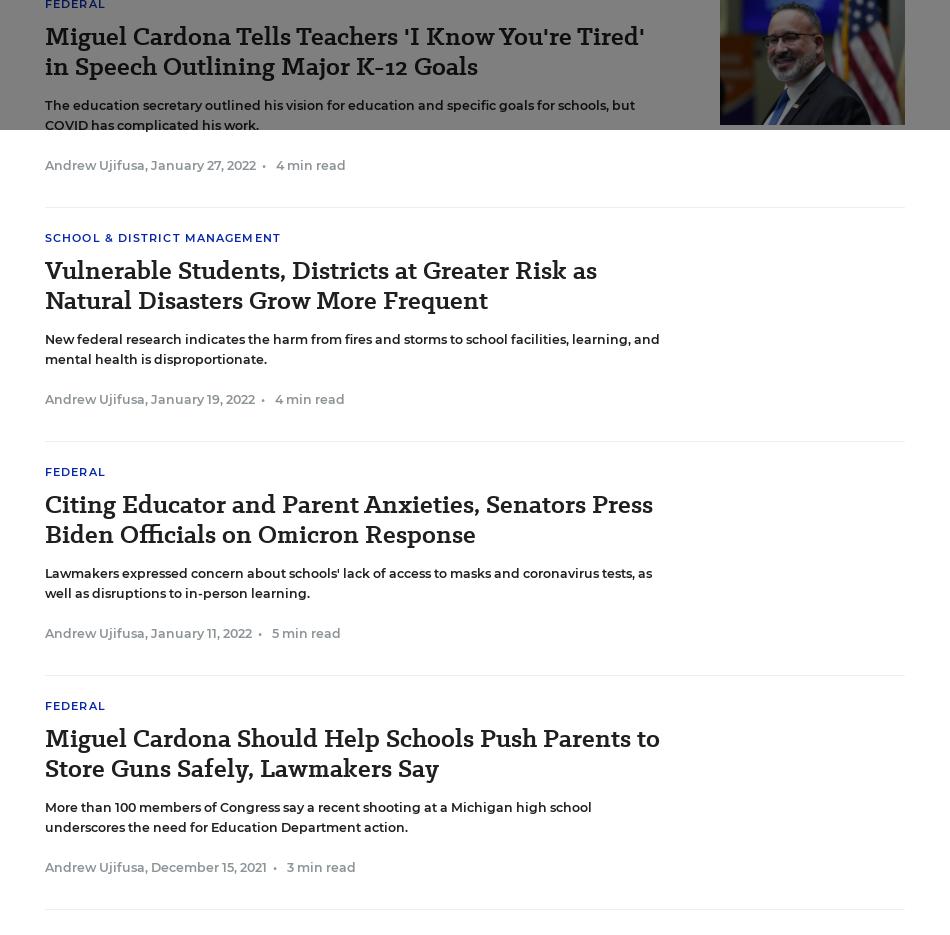  I want to click on 'Lawmakers expressed concern about schools' lack of access to masks and coronavirus tests, as well as disruptions to in-person learning.', so click(347, 583).